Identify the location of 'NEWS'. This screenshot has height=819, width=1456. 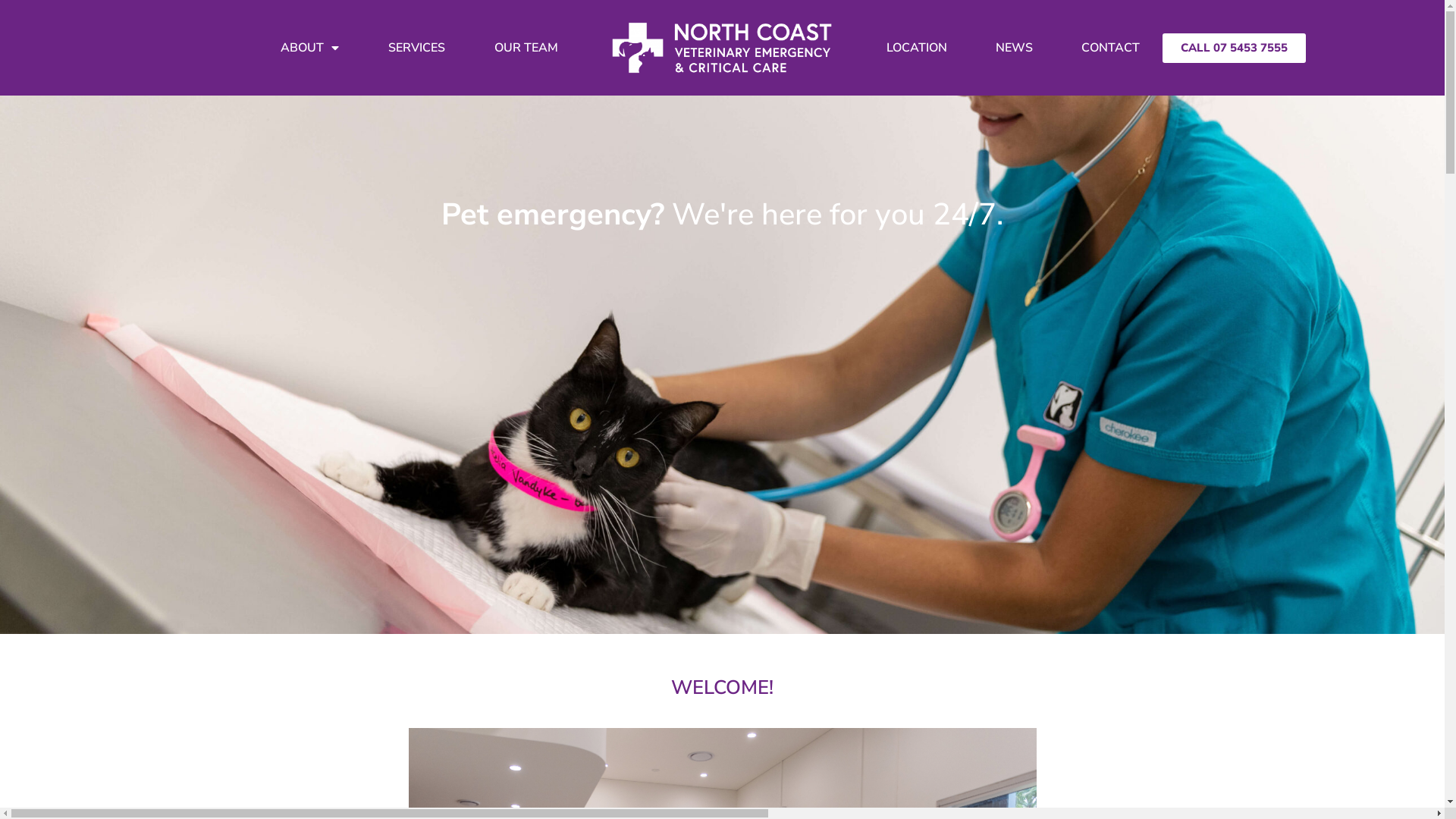
(972, 46).